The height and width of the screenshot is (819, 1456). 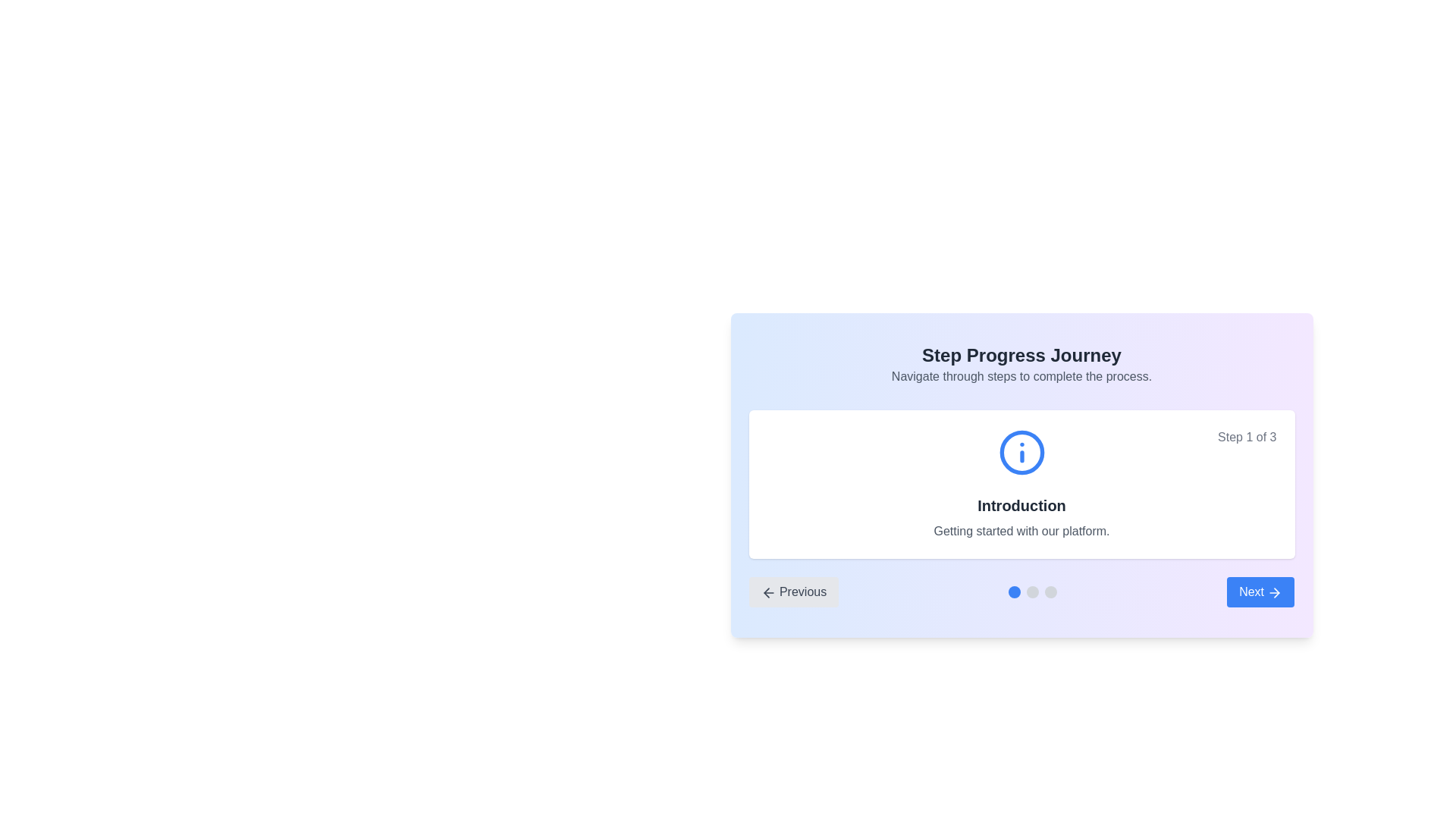 What do you see at coordinates (1021, 365) in the screenshot?
I see `the dual-line textual display located at the top of the card-like section, which contains 'Step Progress Journey' in bold and 'Navigate through steps to complete the process.' in a smaller font` at bounding box center [1021, 365].